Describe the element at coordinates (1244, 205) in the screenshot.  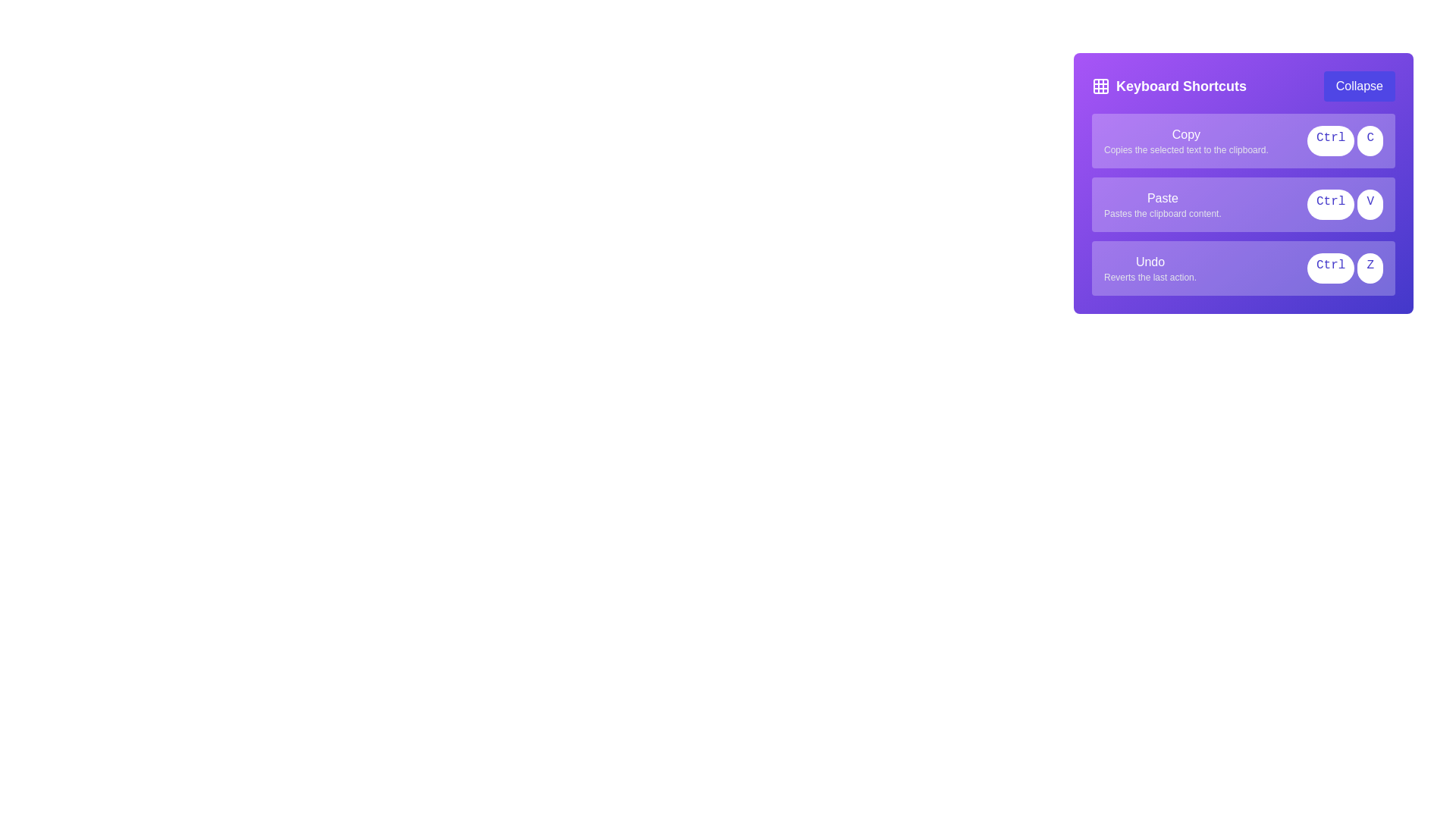
I see `description of the keyboard shortcut 'Ctrl + V' located in the second item of the vertical list within the purple panel labeled 'Keyboard Shortcuts'` at that location.